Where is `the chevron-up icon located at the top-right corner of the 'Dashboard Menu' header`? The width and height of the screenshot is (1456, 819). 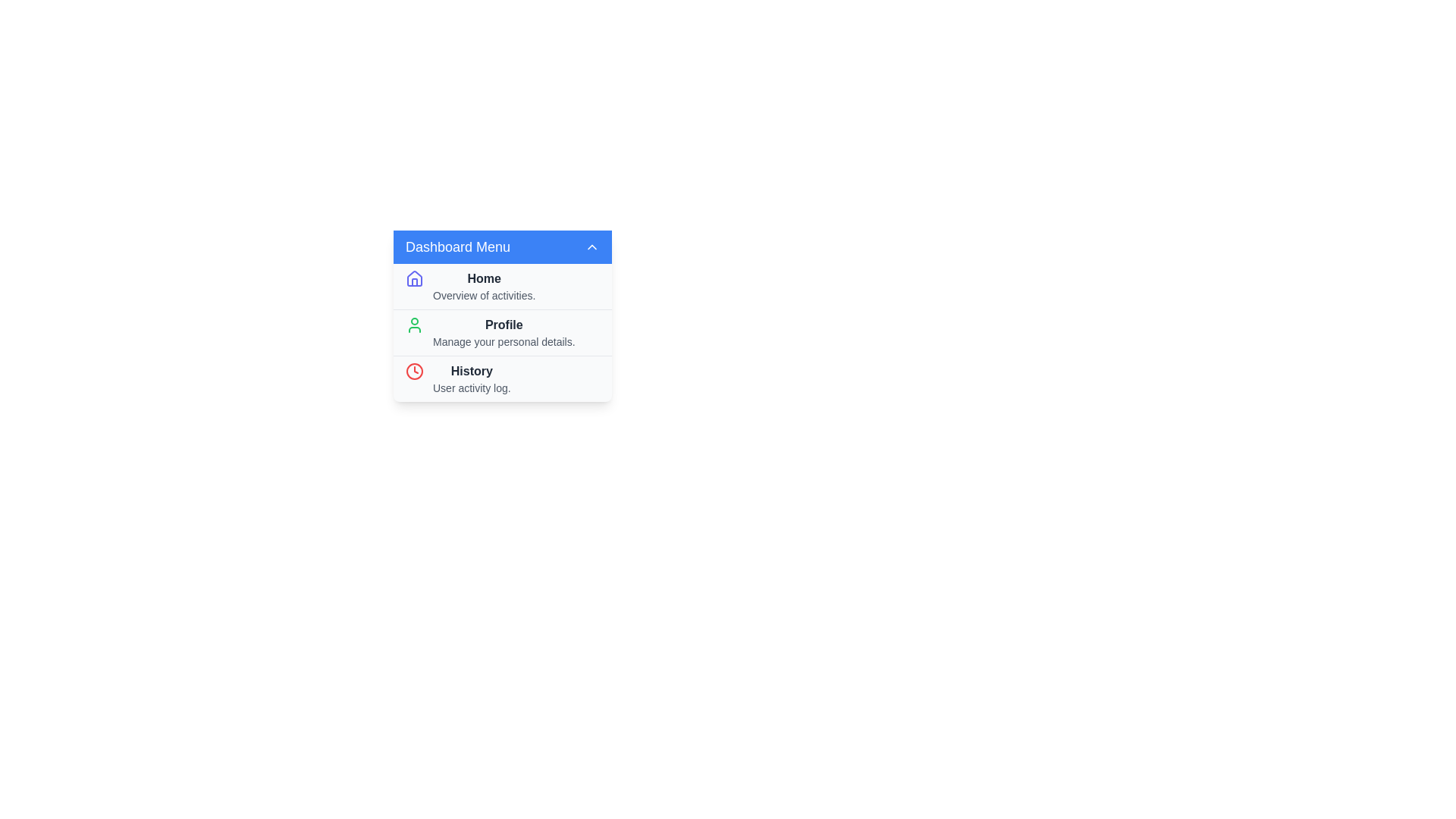
the chevron-up icon located at the top-right corner of the 'Dashboard Menu' header is located at coordinates (591, 246).